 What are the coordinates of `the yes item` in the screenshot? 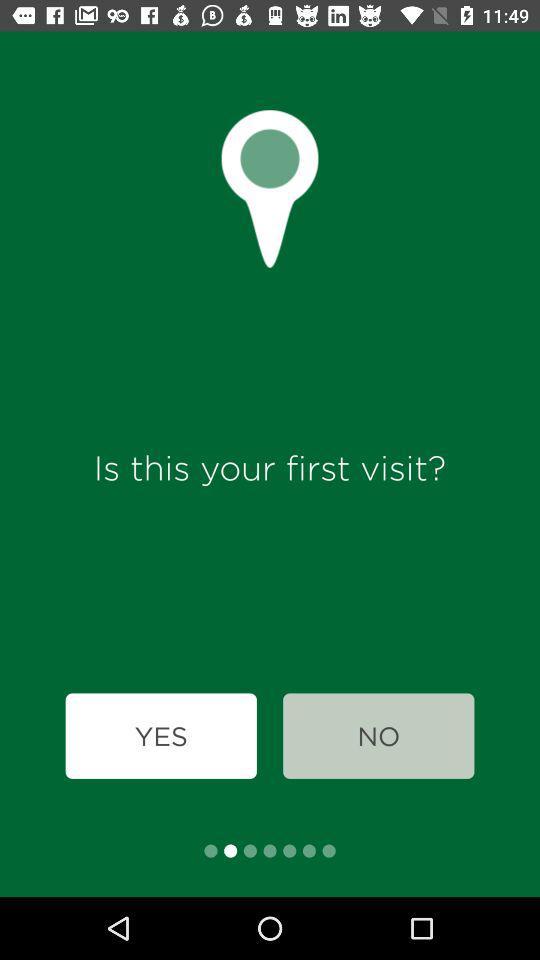 It's located at (160, 735).